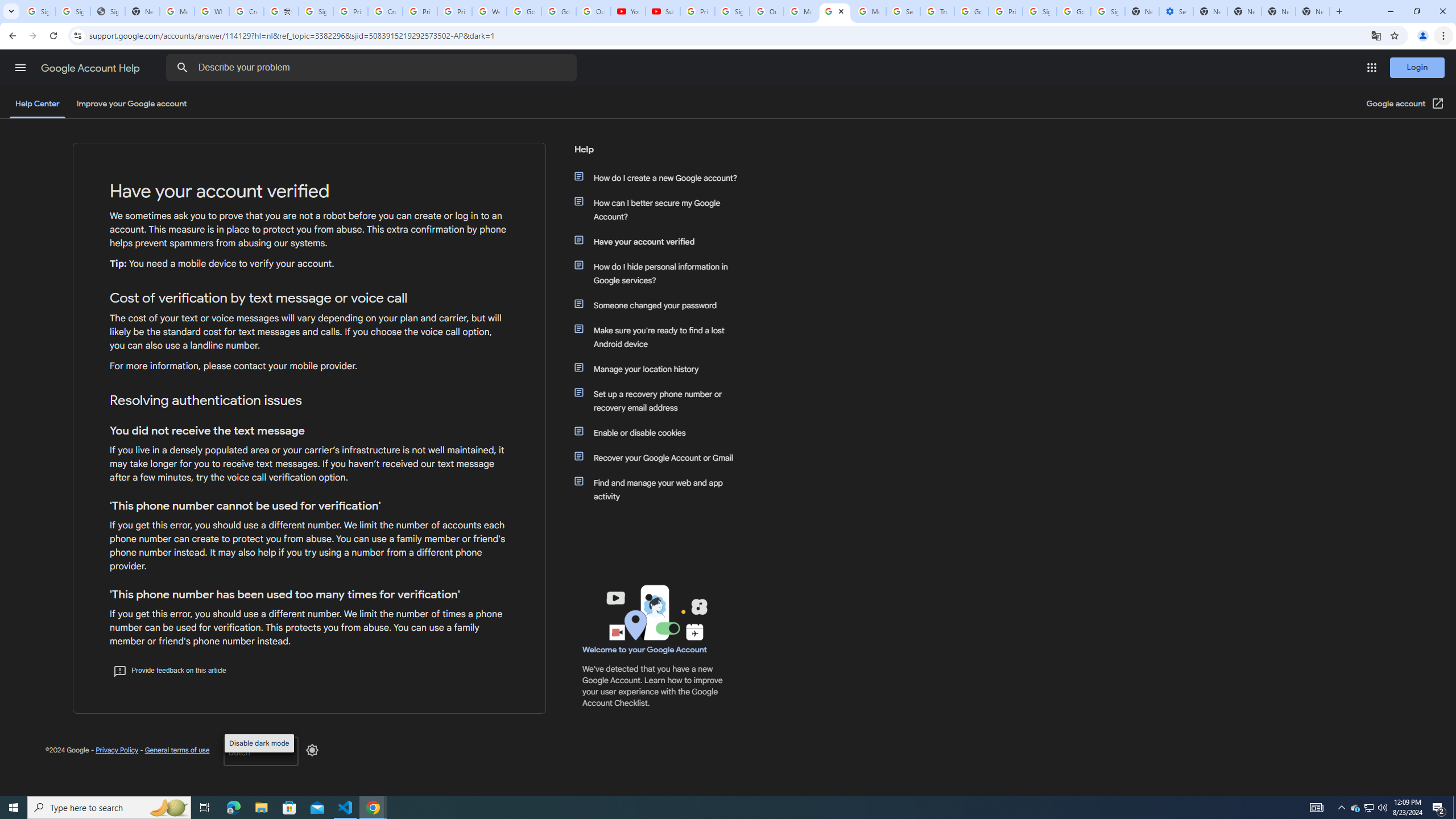 This screenshot has width=1456, height=819. What do you see at coordinates (937, 11) in the screenshot?
I see `'Trusted Information and Content - Google Safety Center'` at bounding box center [937, 11].